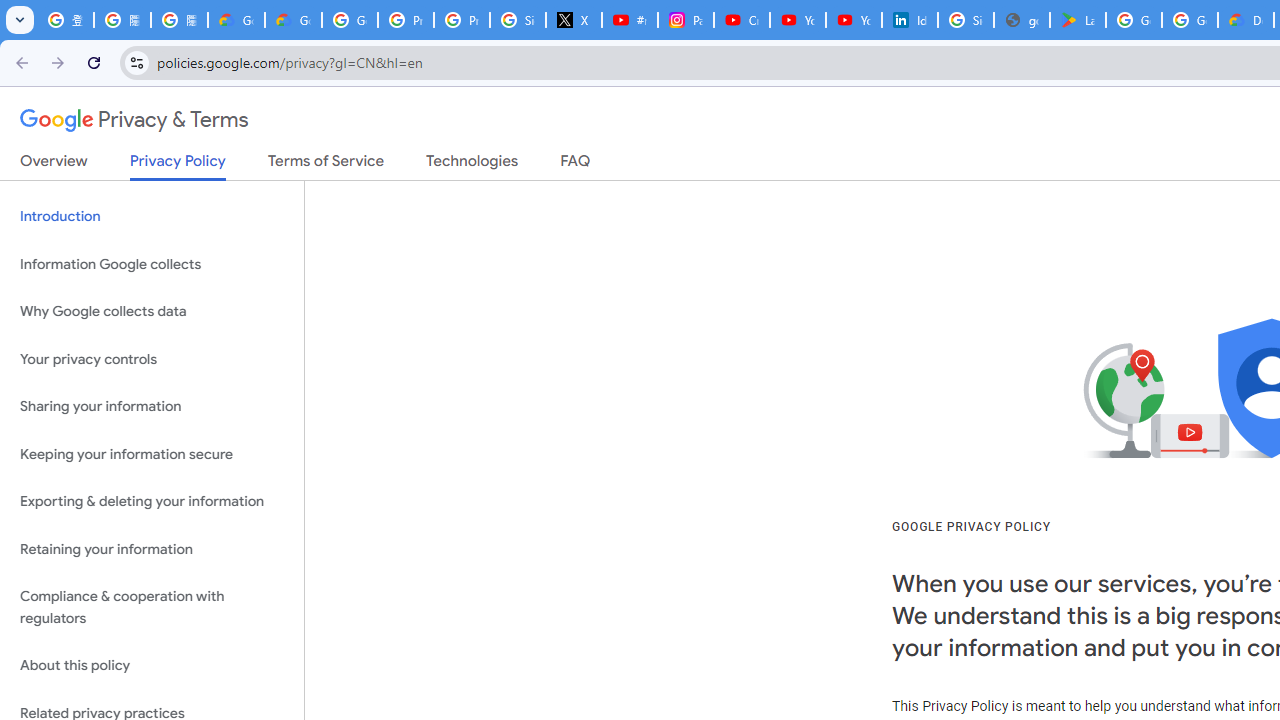  Describe the element at coordinates (151, 312) in the screenshot. I see `'Why Google collects data'` at that location.